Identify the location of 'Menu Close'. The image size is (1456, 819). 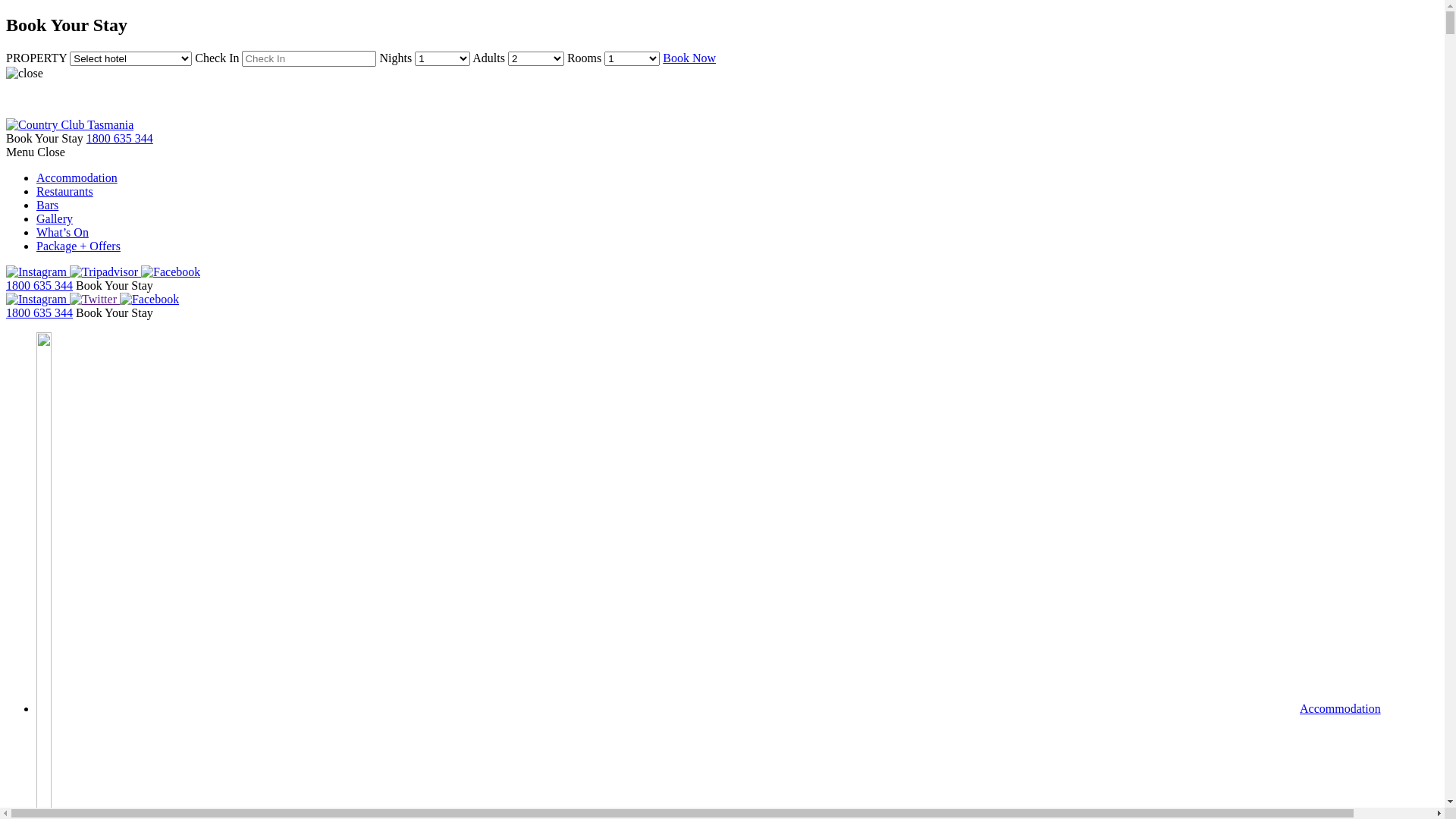
(6, 152).